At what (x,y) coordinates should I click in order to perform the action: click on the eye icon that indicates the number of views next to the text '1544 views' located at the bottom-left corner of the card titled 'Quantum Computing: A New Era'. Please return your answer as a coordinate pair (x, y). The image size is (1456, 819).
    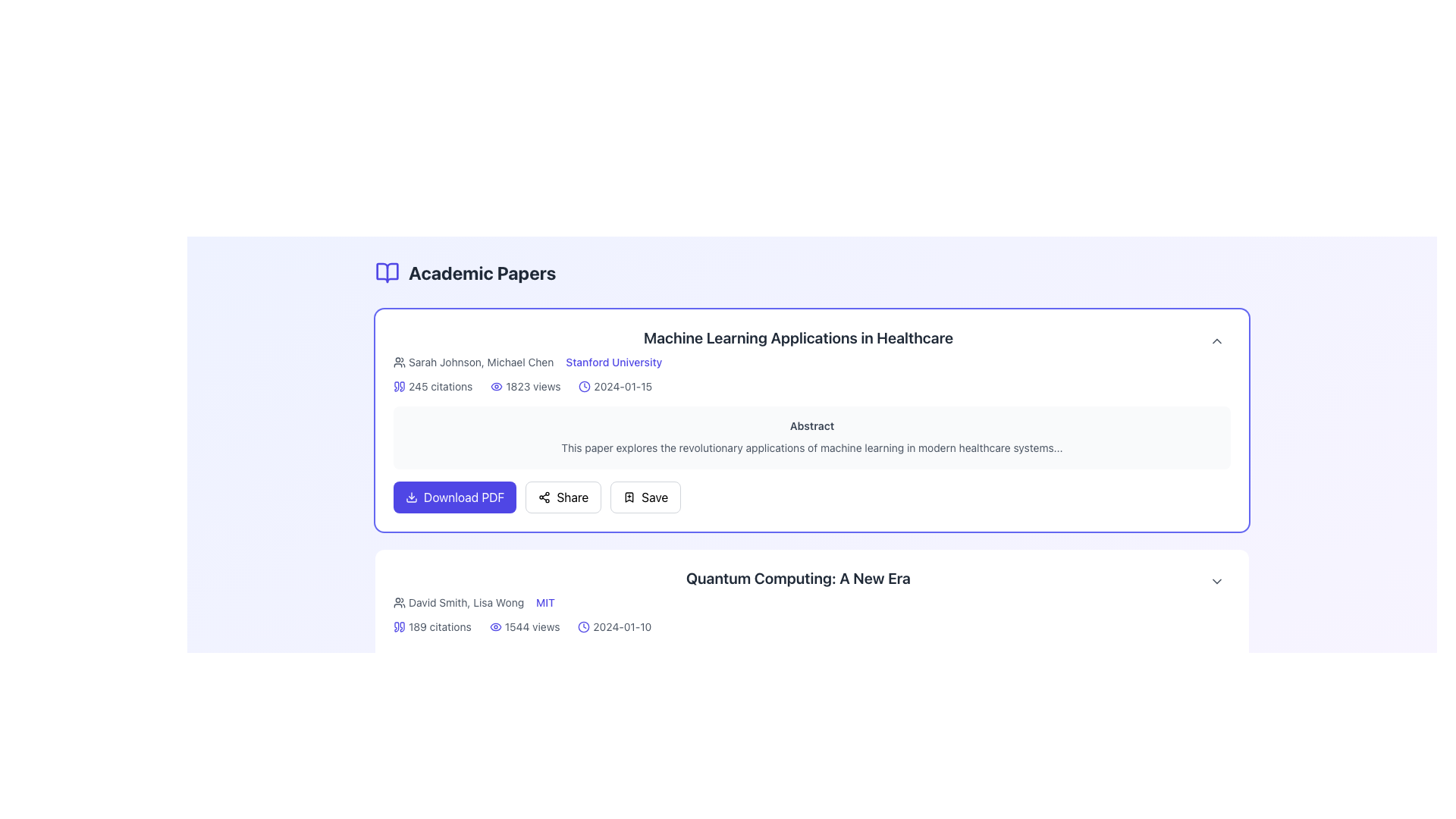
    Looking at the image, I should click on (495, 626).